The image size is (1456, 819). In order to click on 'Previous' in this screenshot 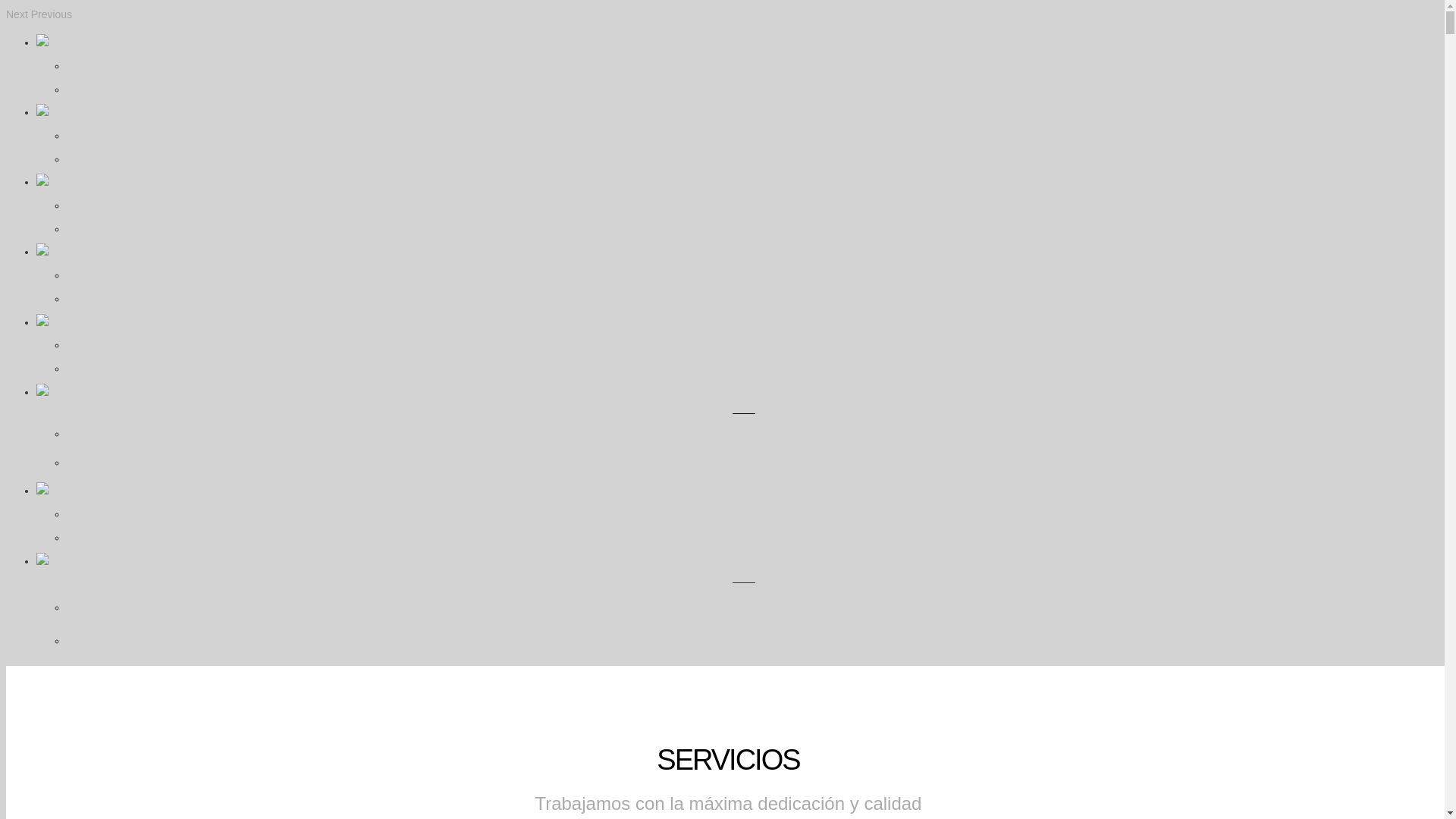, I will do `click(31, 14)`.